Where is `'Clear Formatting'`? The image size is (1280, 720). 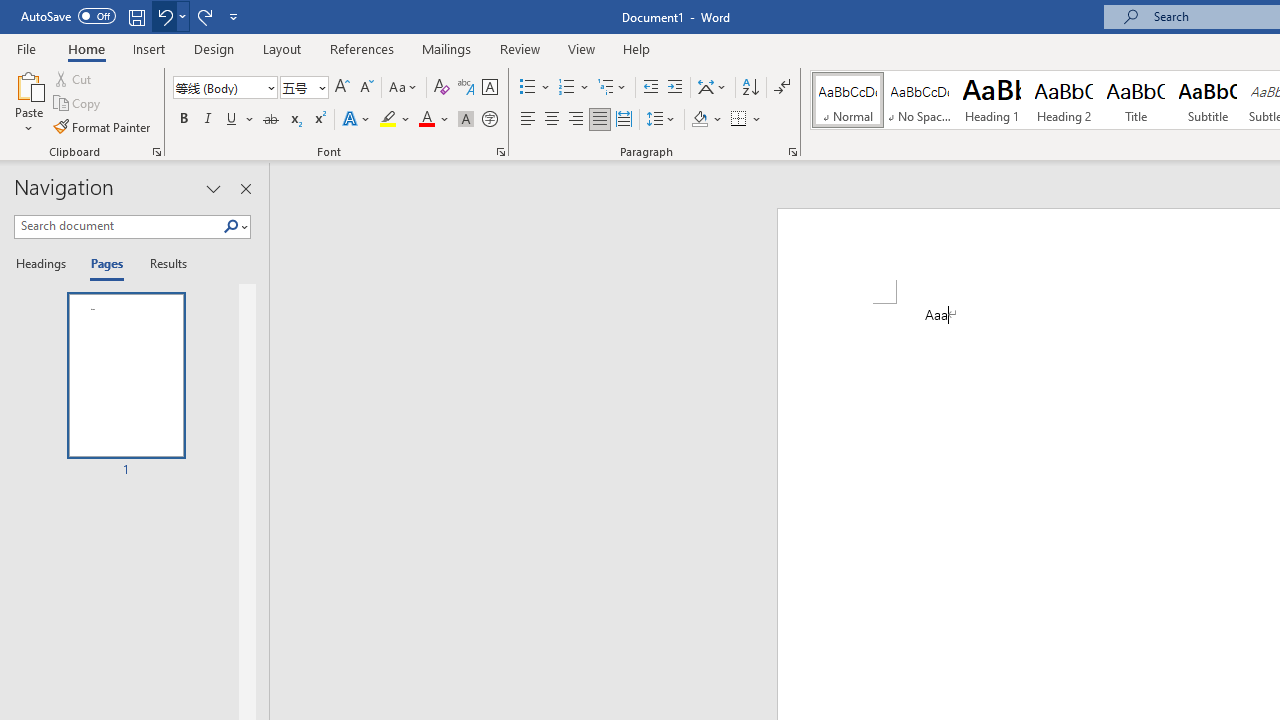
'Clear Formatting' is located at coordinates (441, 86).